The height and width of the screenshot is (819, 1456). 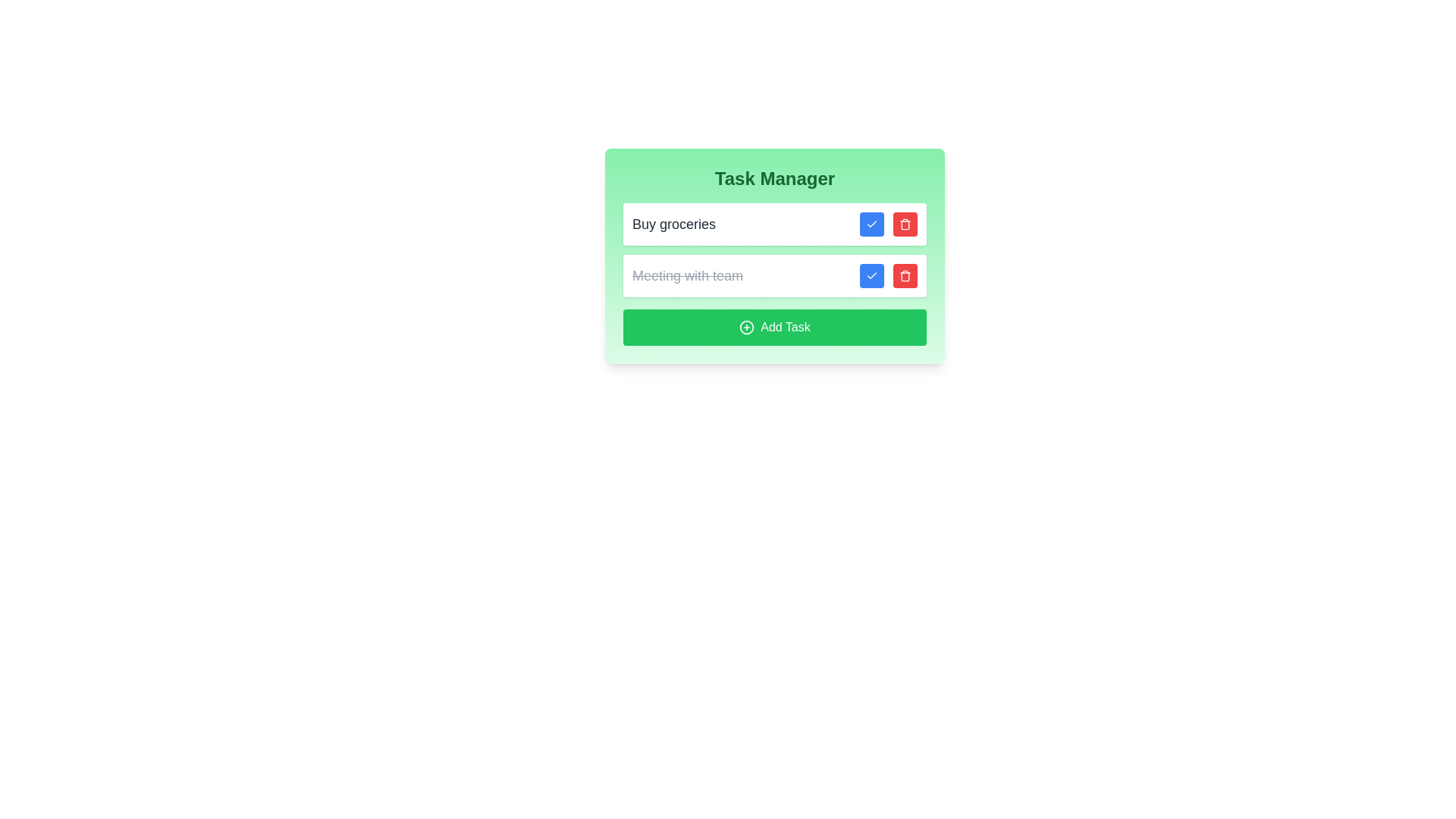 What do you see at coordinates (775, 249) in the screenshot?
I see `the buttons within the task manager panel to mark a task as done or delete a task, specifically targeting the interactive task items in the vertical stack located at the center of the panel` at bounding box center [775, 249].